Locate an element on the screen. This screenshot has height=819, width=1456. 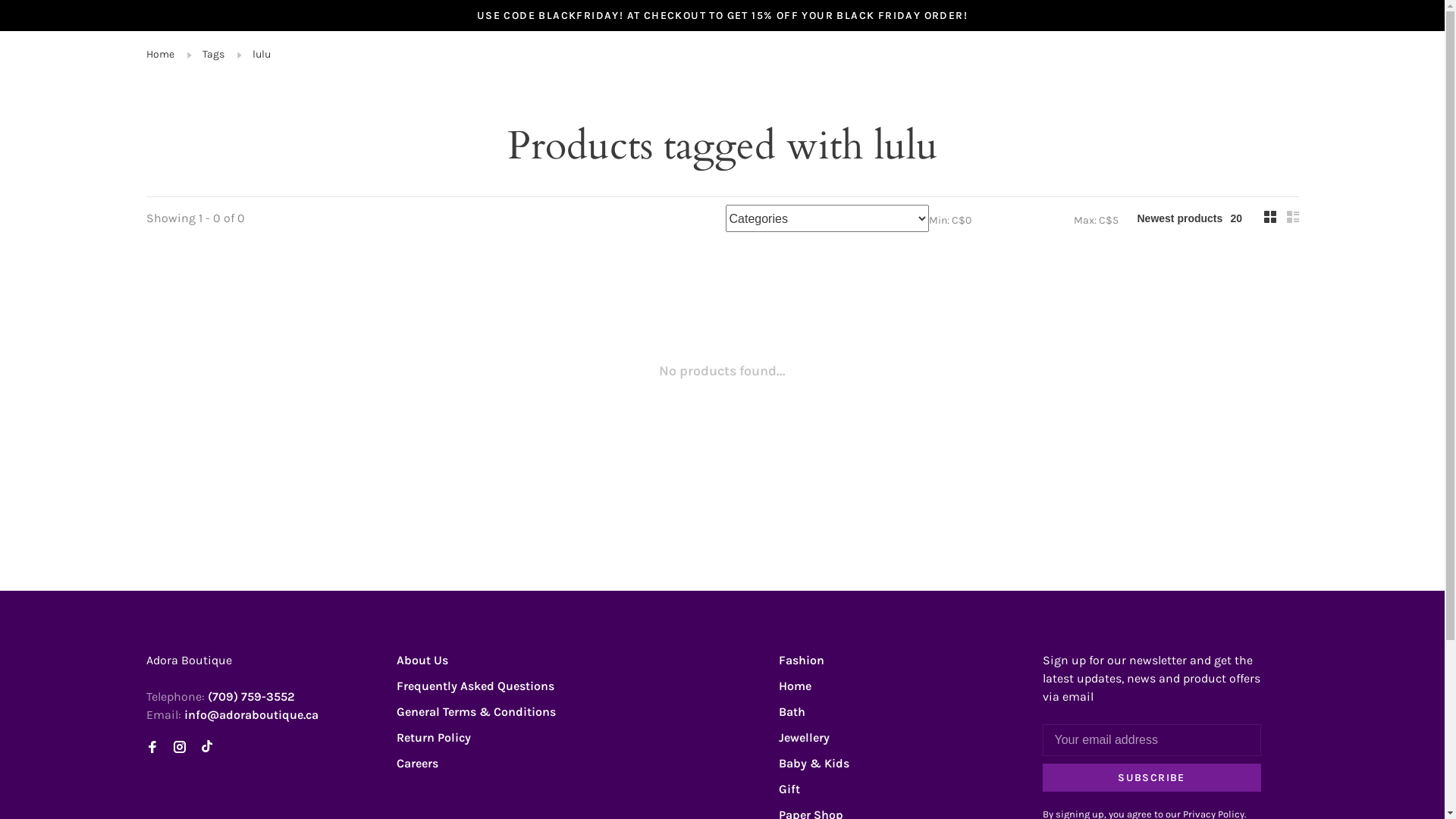
'SUBSCRIBE' is located at coordinates (1150, 777).